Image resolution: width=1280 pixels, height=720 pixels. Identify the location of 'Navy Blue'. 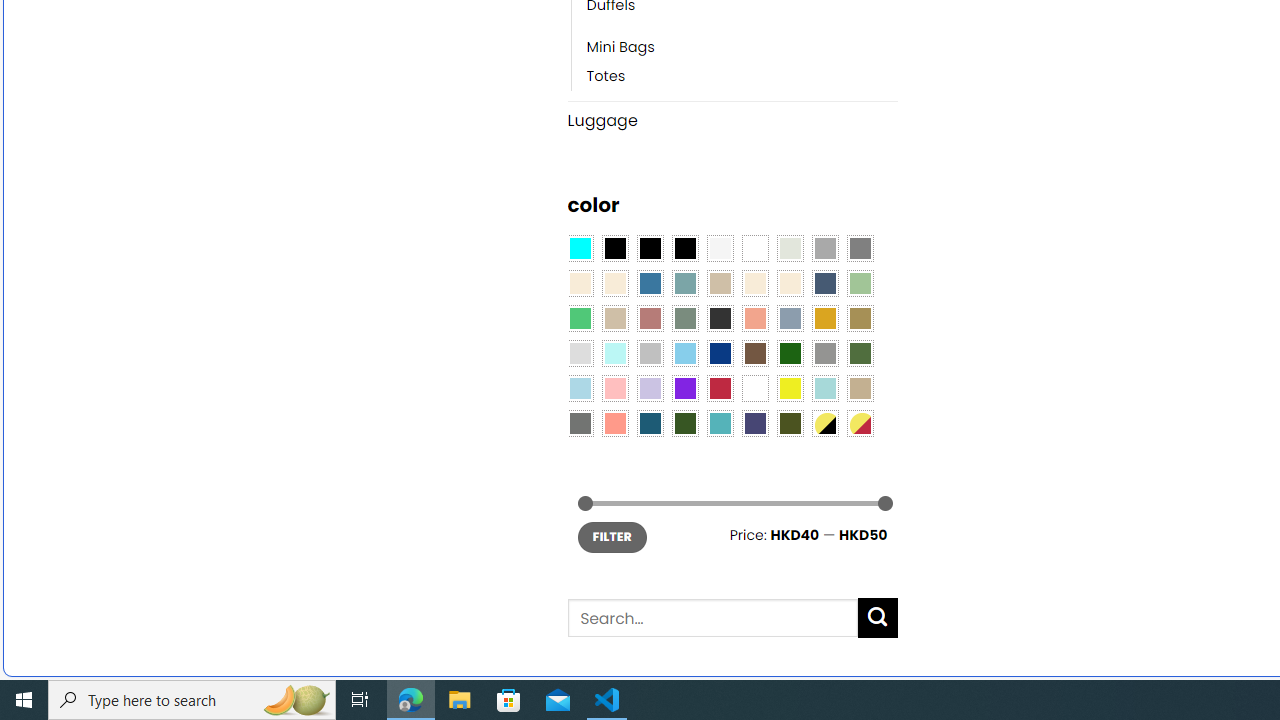
(720, 353).